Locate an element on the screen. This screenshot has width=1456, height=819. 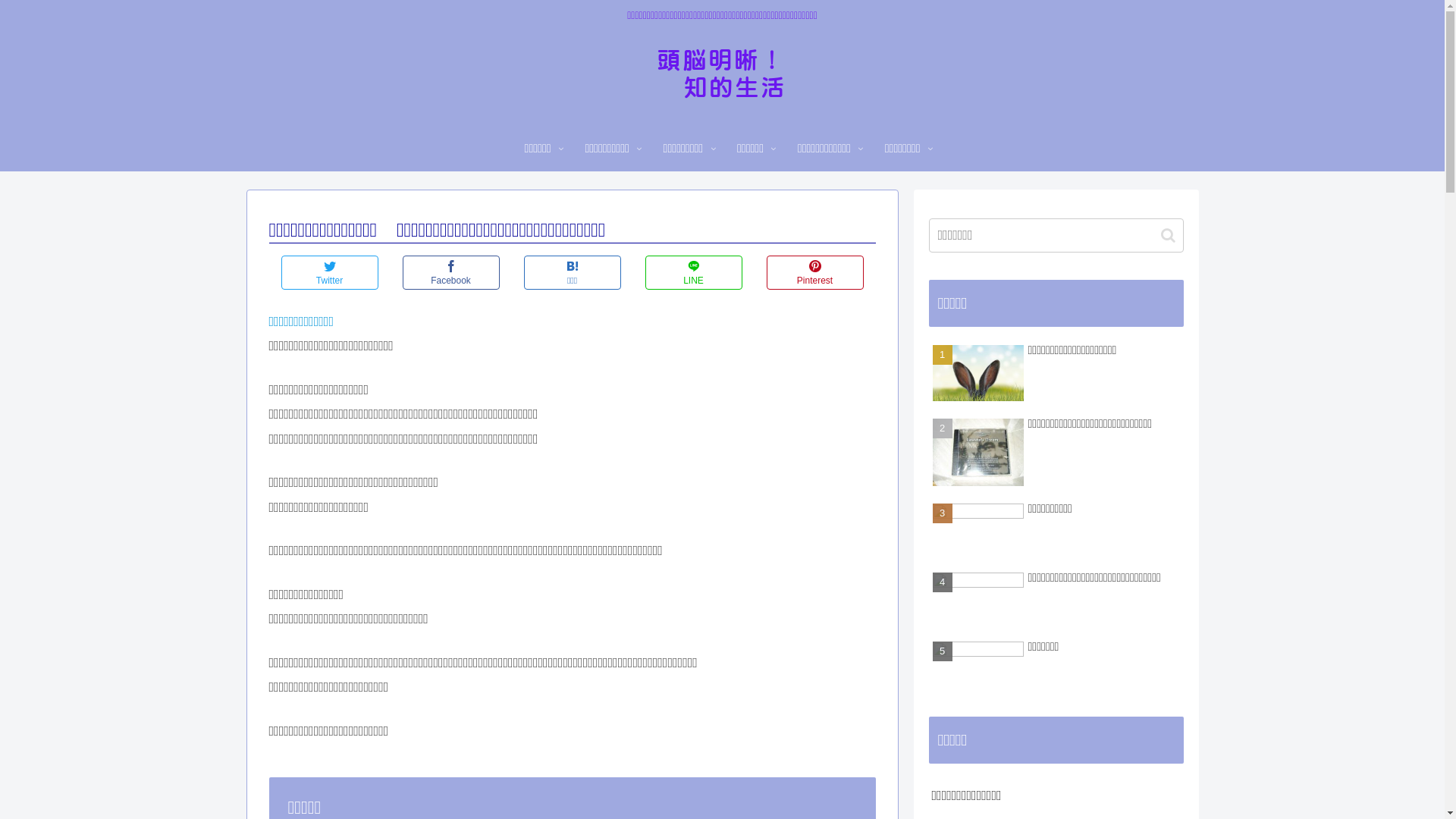
'LINE' is located at coordinates (692, 271).